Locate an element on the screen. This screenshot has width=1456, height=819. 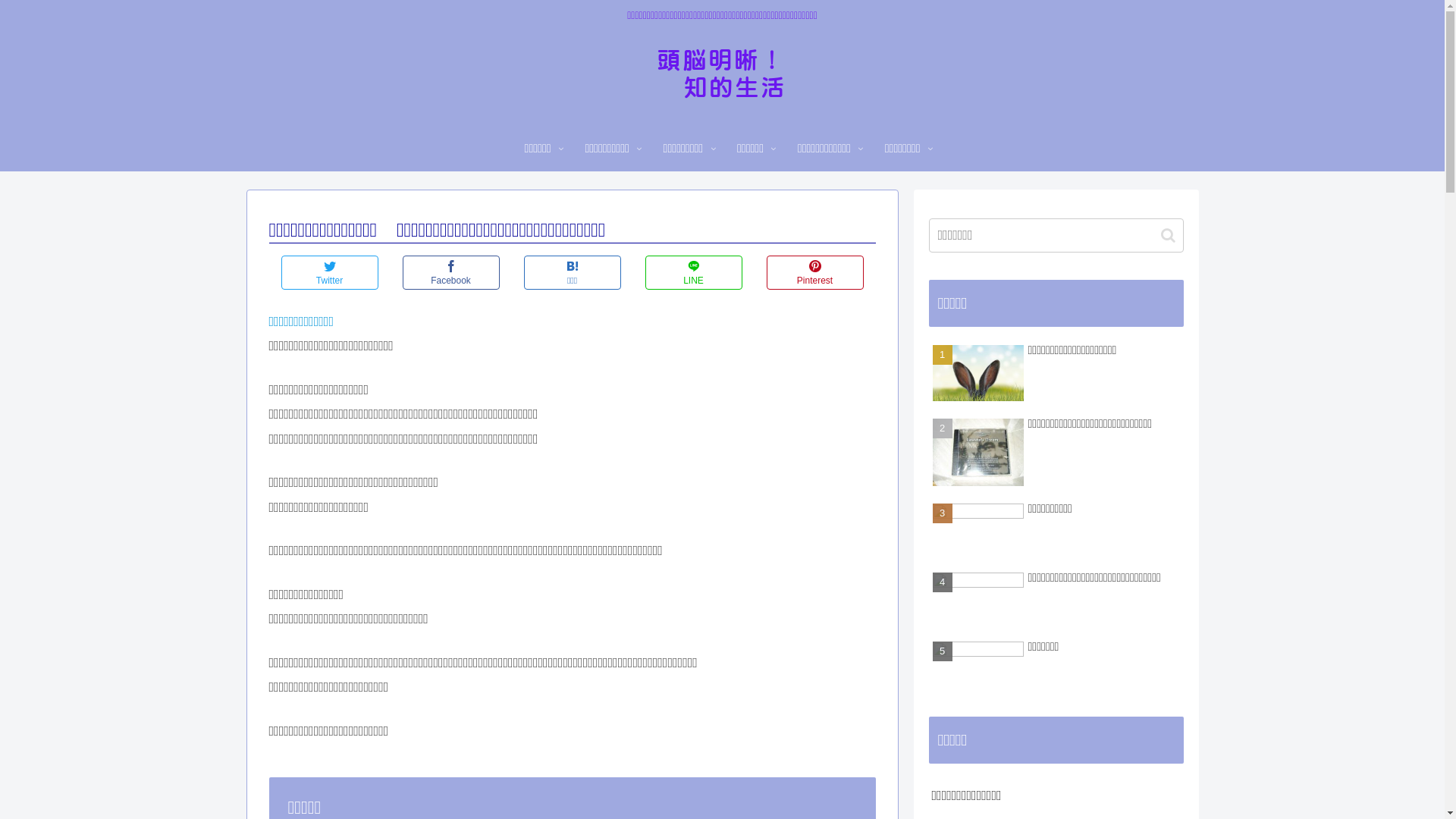
'LINE' is located at coordinates (692, 271).